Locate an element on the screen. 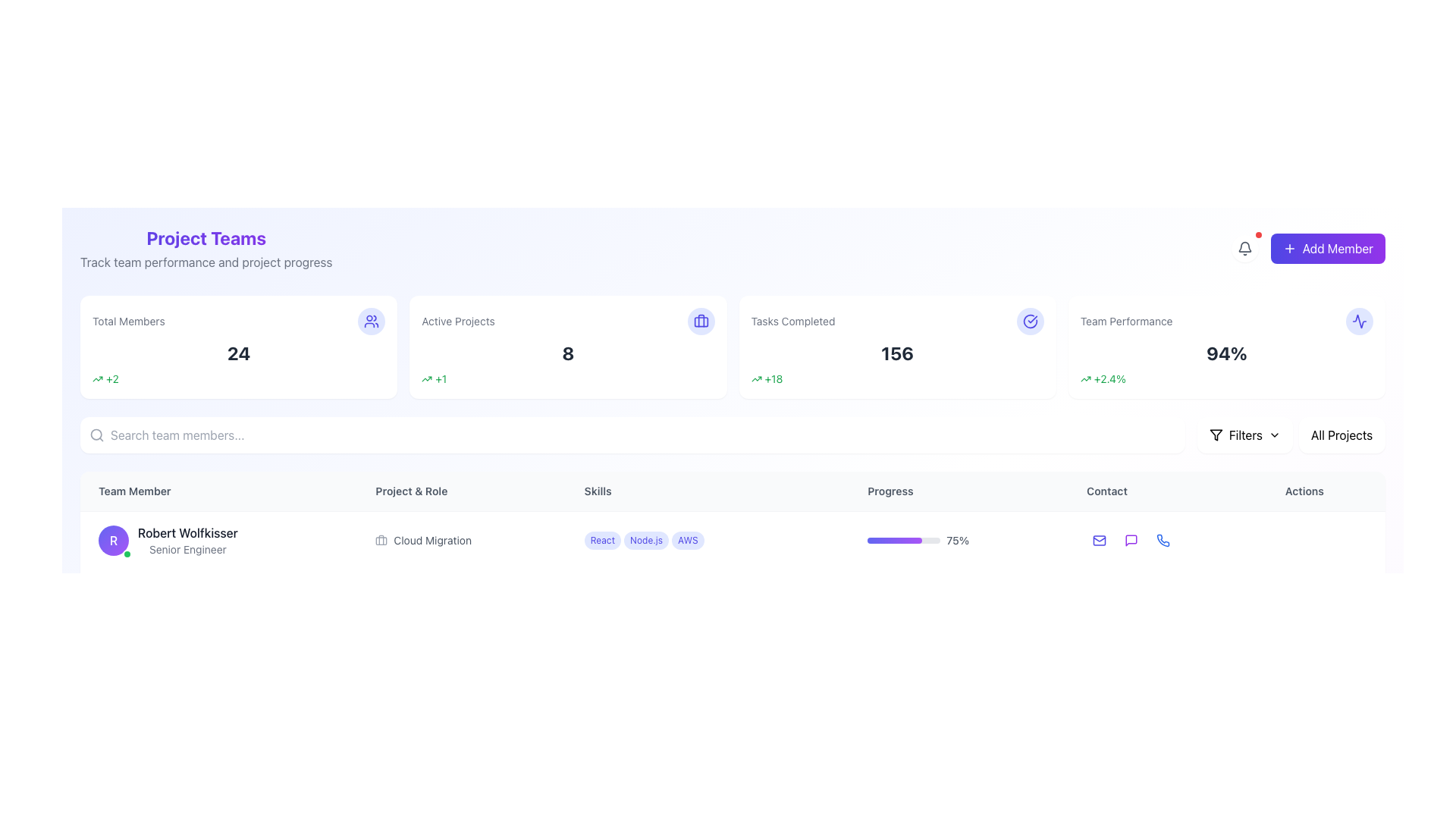  the profile information display of the team member, which includes their name, designation, and avatar, located is located at coordinates (218, 540).